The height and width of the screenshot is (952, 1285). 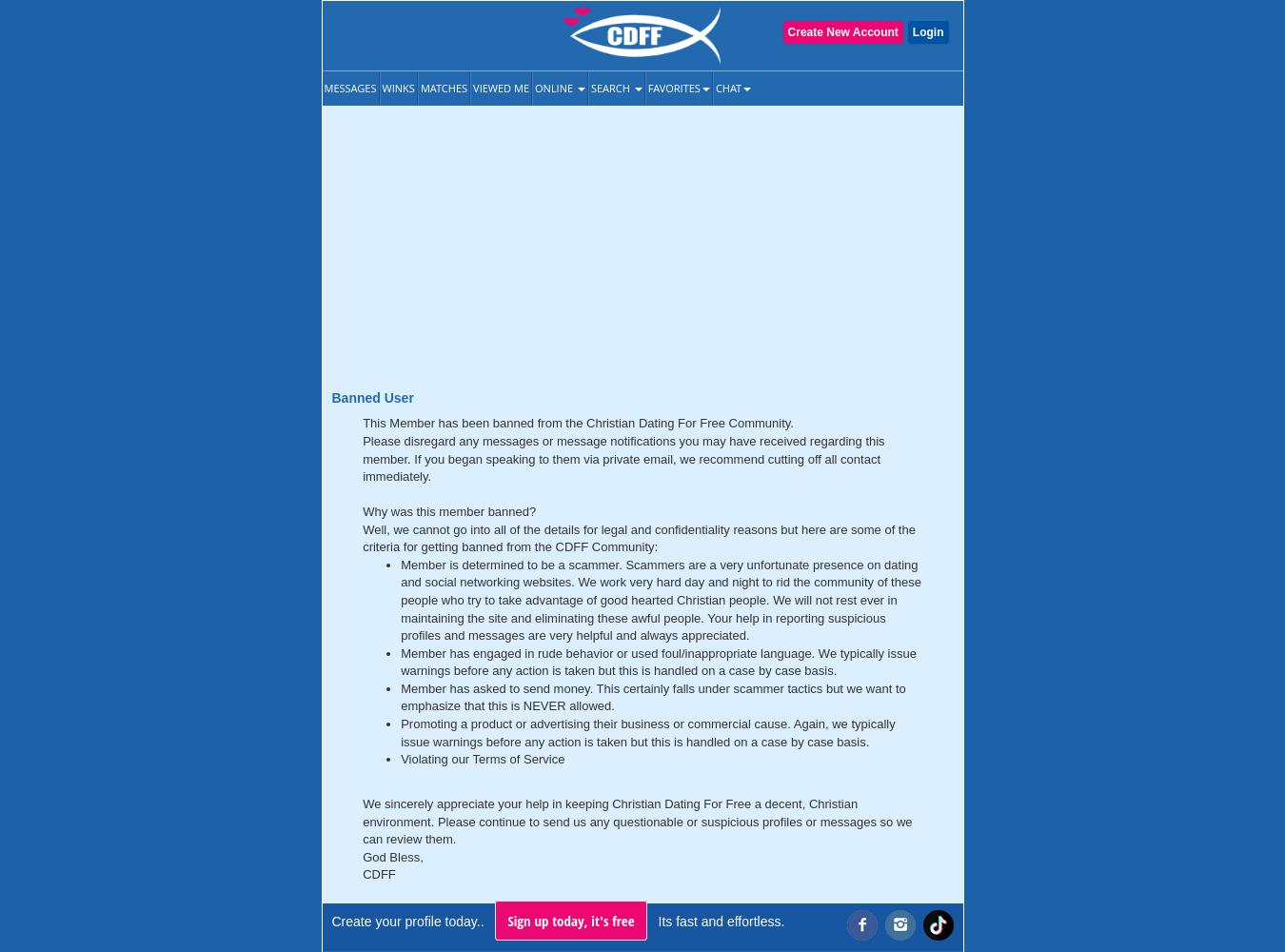 I want to click on 'Online', so click(x=555, y=87).